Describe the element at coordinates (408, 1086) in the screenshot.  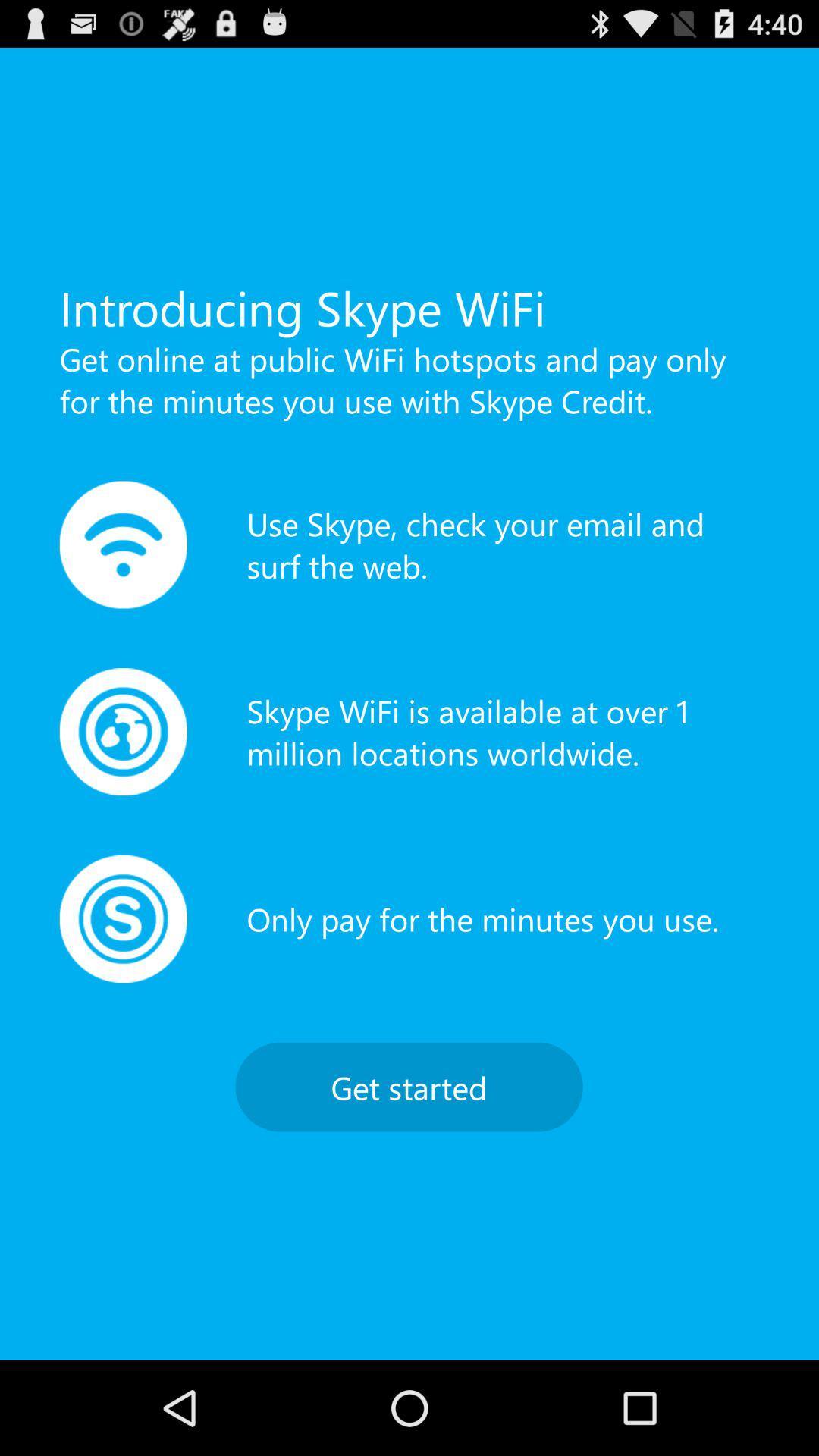
I see `get started` at that location.